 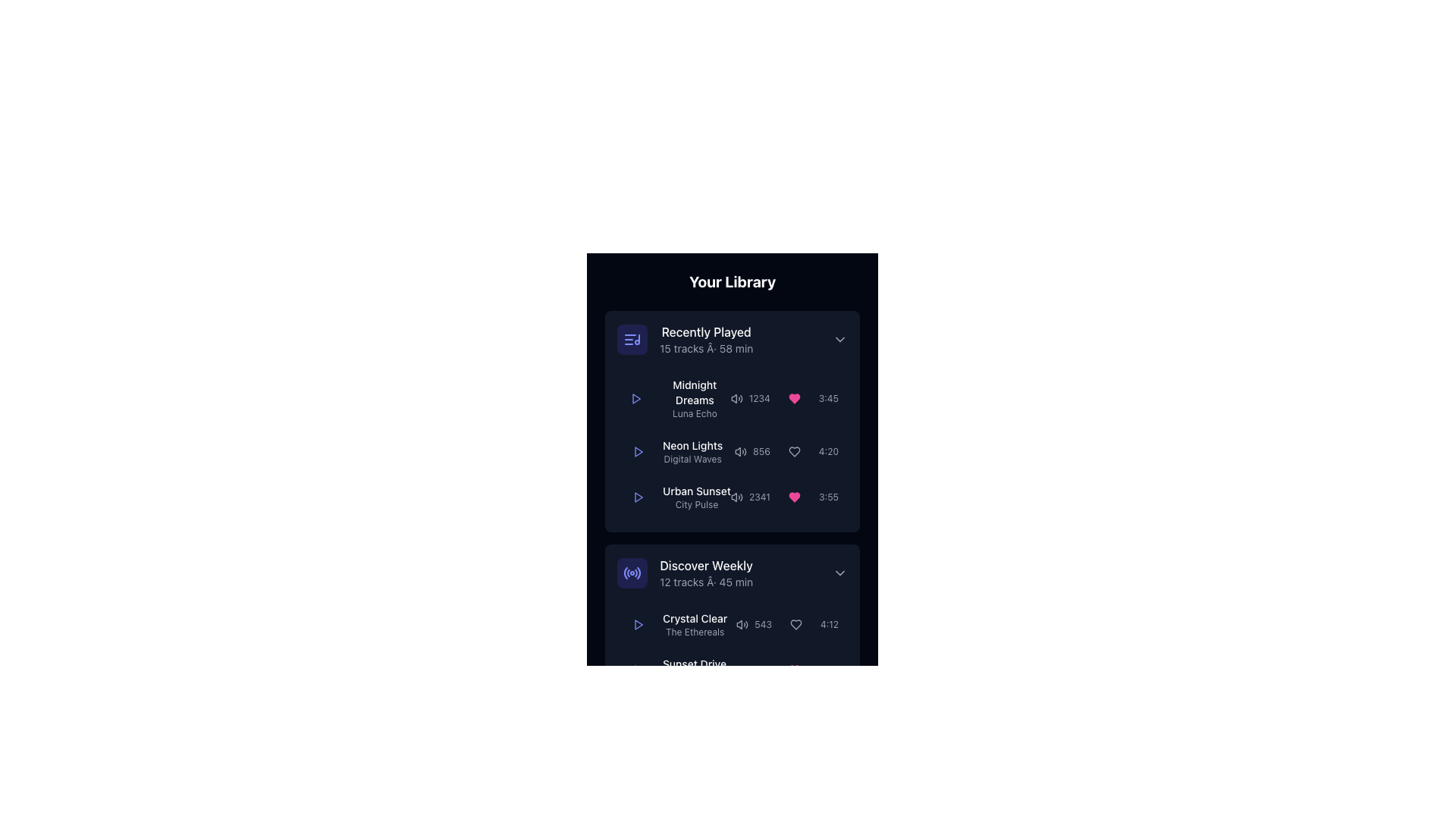 What do you see at coordinates (750, 497) in the screenshot?
I see `the text display showing the number of plays or streams in the middle-right of the third row of the 'Recently Played' section, adjacent to the audio volume icon` at bounding box center [750, 497].